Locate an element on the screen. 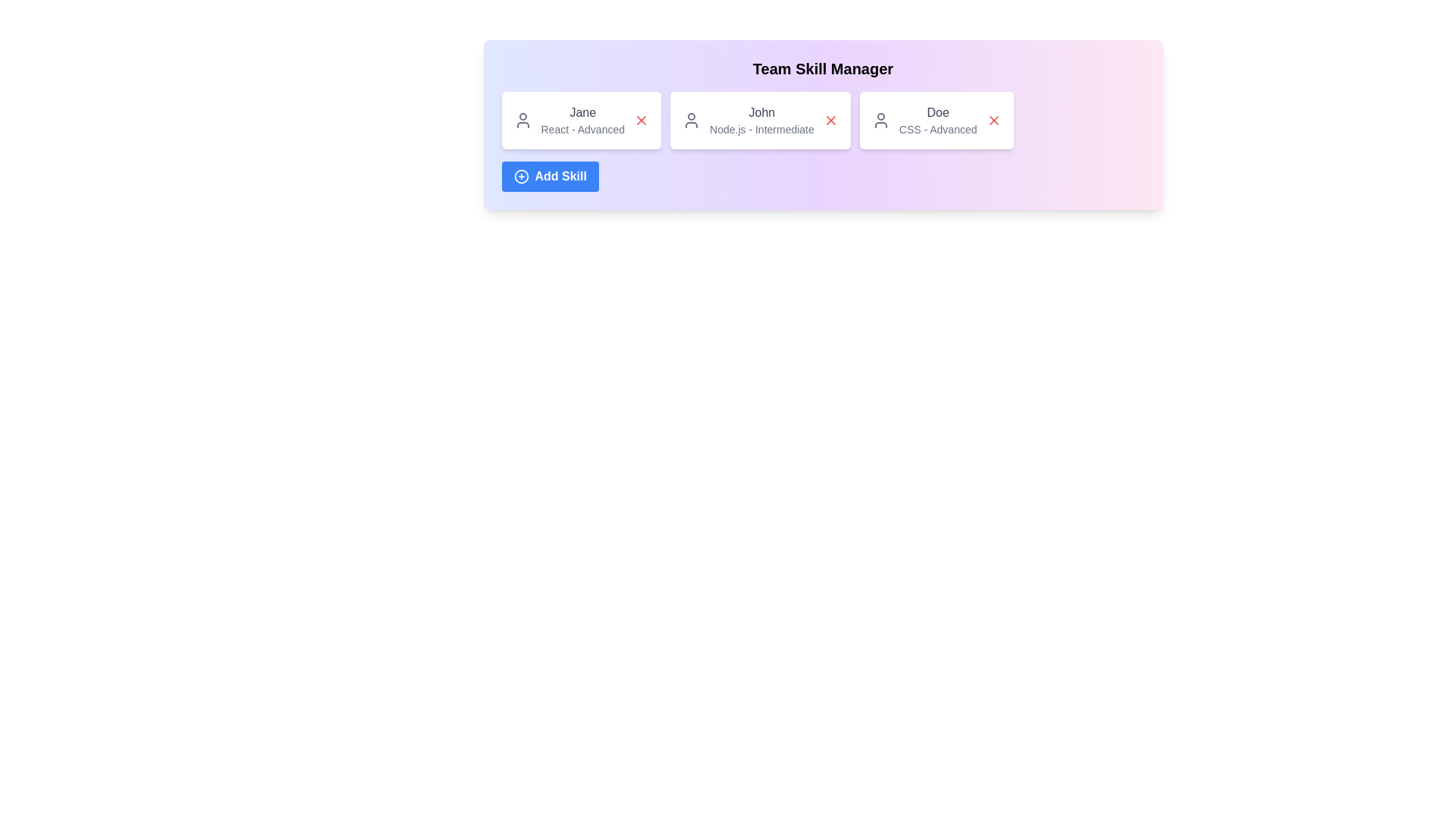 The width and height of the screenshot is (1456, 819). 'Add Skill' button to add a new skill entry is located at coordinates (548, 175).